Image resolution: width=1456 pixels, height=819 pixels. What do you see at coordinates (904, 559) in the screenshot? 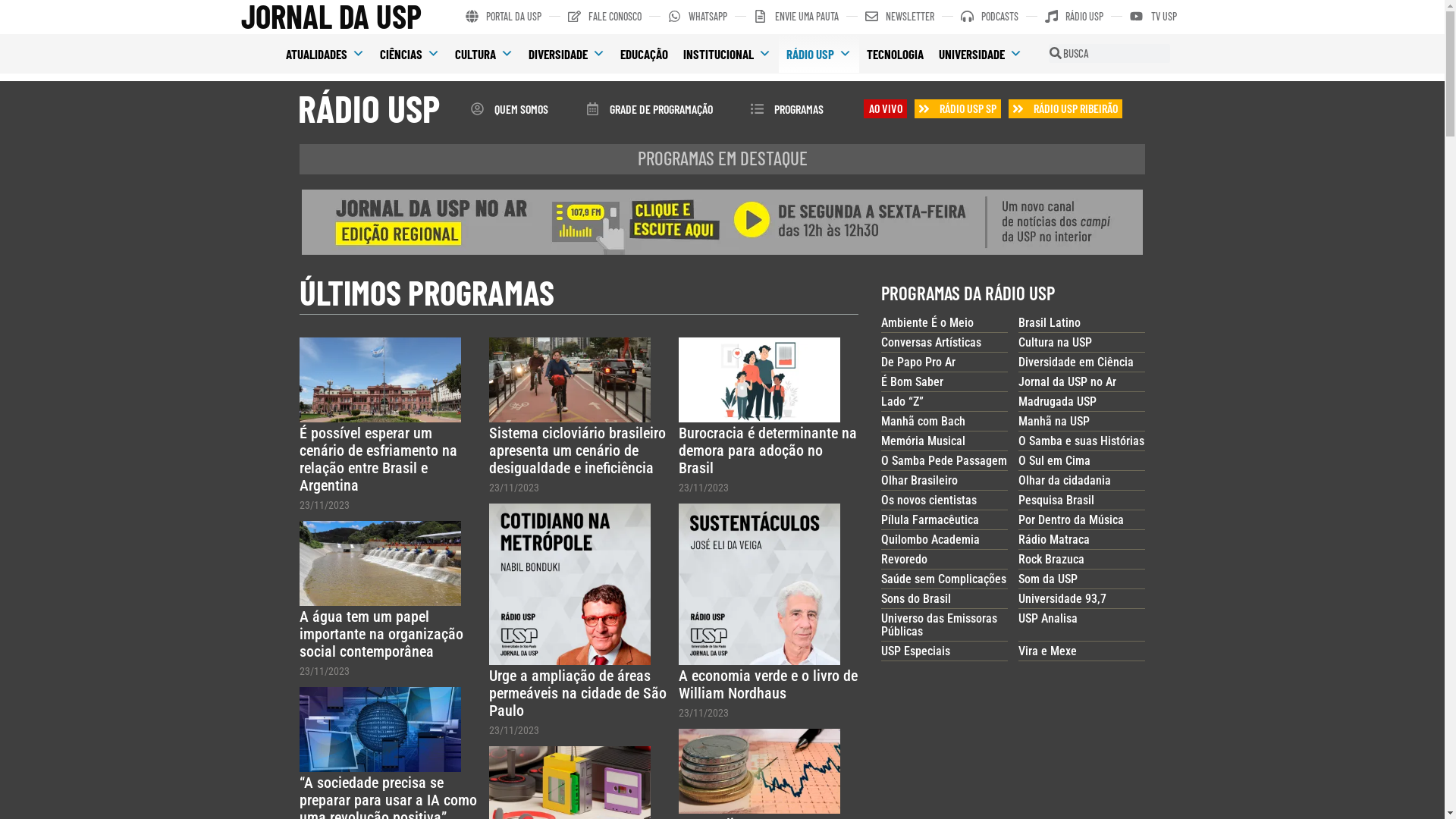
I see `'Revoredo'` at bounding box center [904, 559].